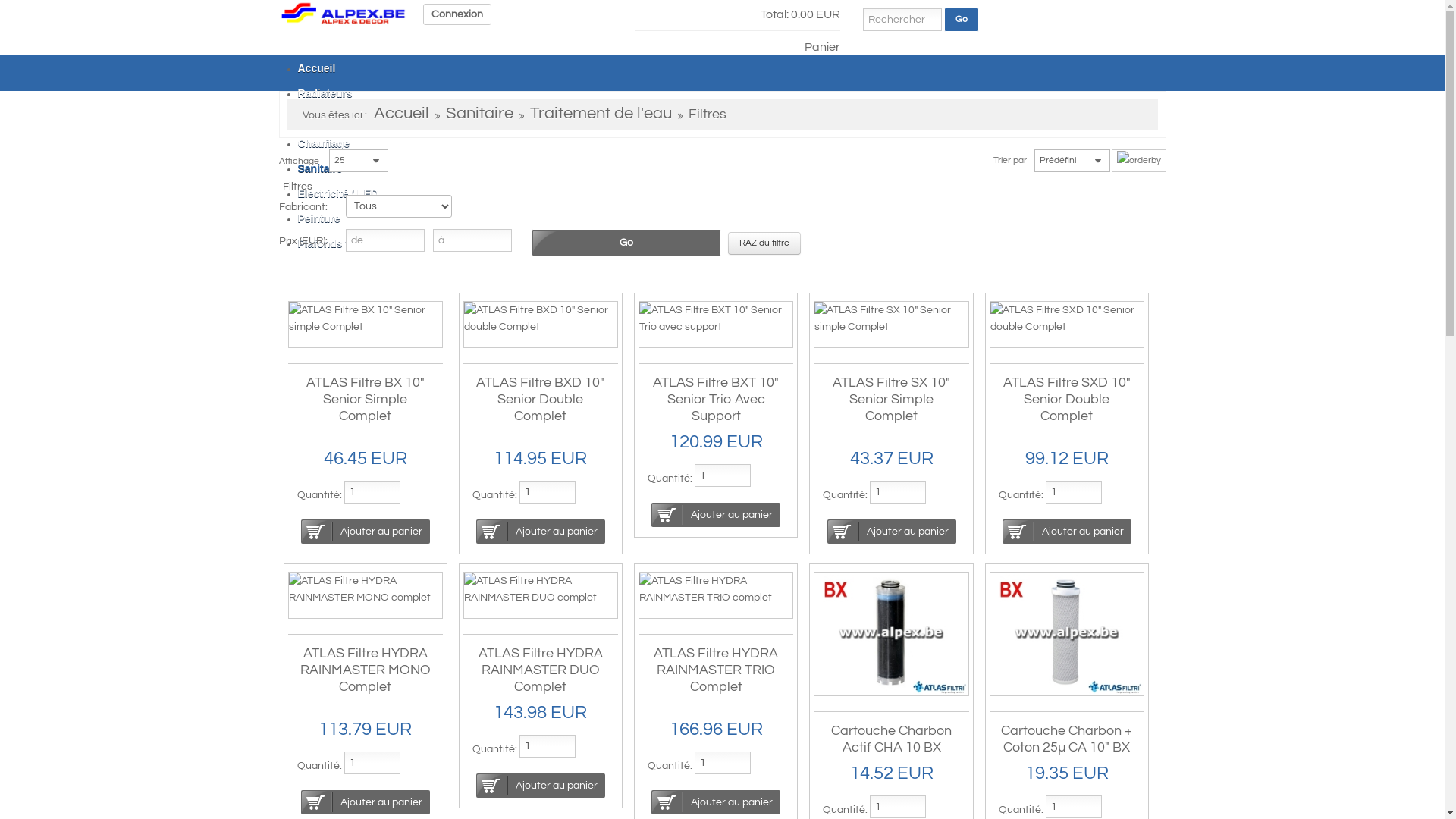  What do you see at coordinates (297, 242) in the screenshot?
I see `'Plafonds tendus'` at bounding box center [297, 242].